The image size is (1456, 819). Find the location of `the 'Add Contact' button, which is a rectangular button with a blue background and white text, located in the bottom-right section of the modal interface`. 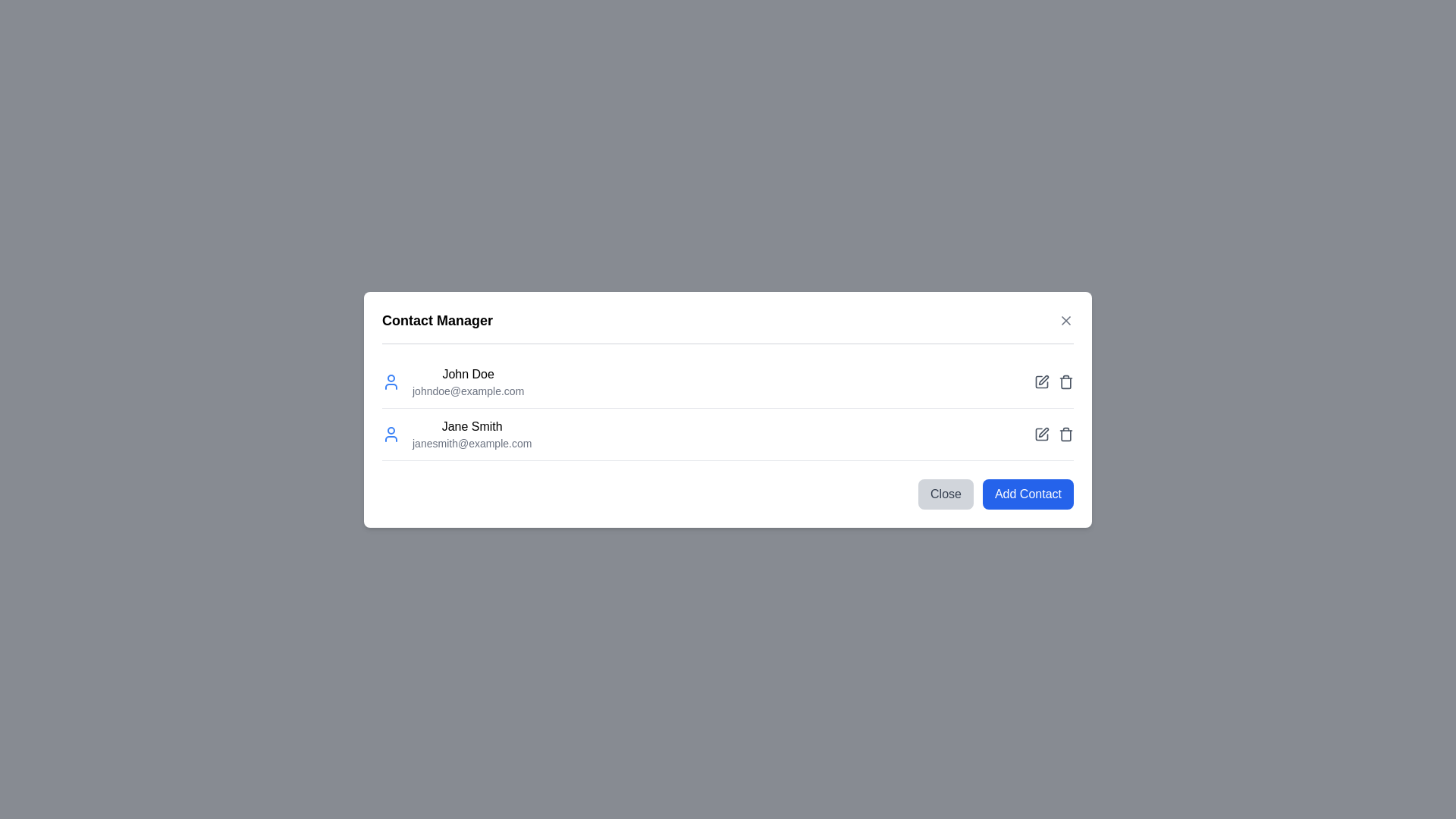

the 'Add Contact' button, which is a rectangular button with a blue background and white text, located in the bottom-right section of the modal interface is located at coordinates (1028, 494).